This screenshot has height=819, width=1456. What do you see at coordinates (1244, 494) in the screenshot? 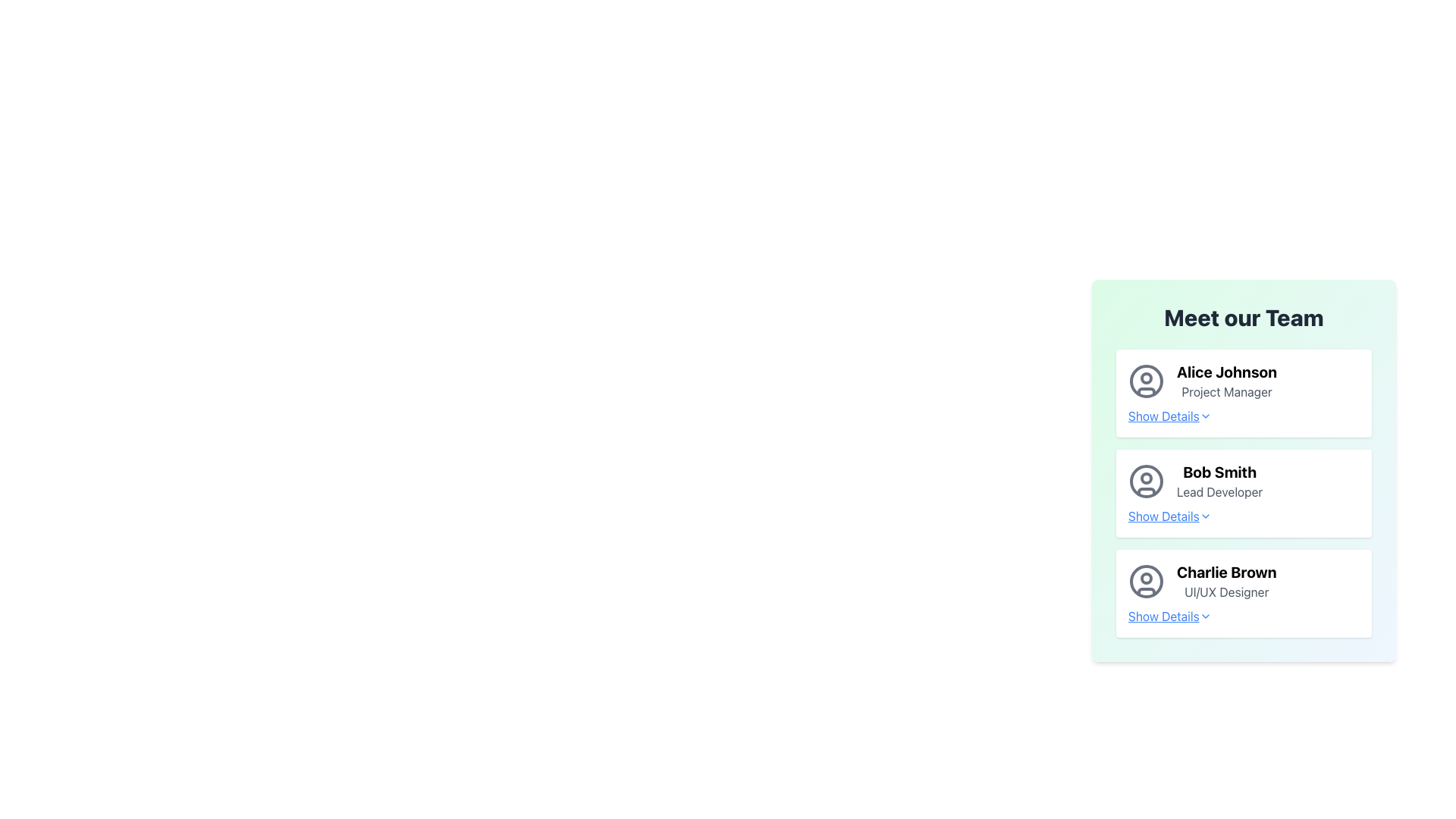
I see `the profile of 'Bob Smith', the Lead Developer` at bounding box center [1244, 494].